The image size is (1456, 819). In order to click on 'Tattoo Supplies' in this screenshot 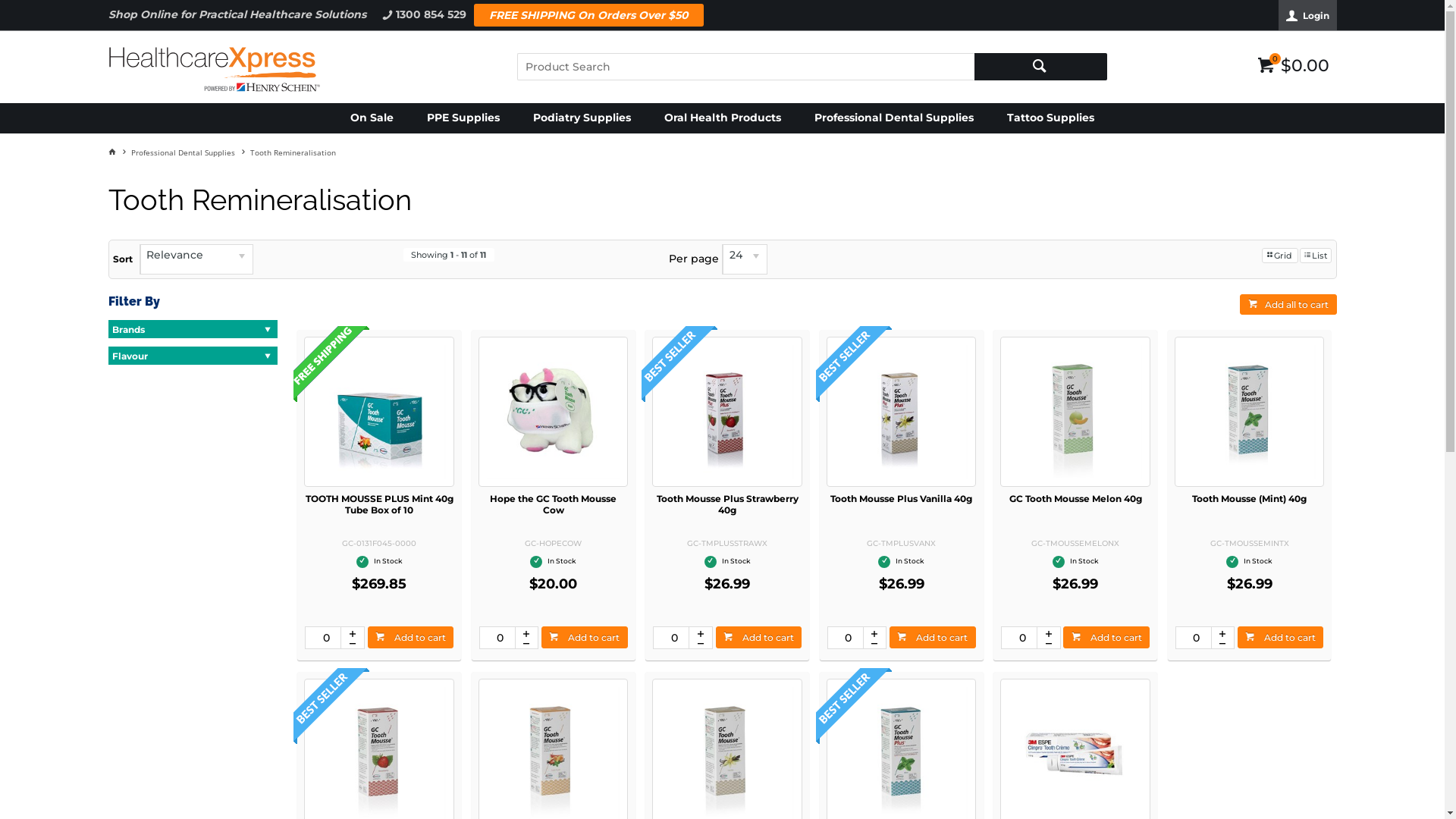, I will do `click(1050, 117)`.